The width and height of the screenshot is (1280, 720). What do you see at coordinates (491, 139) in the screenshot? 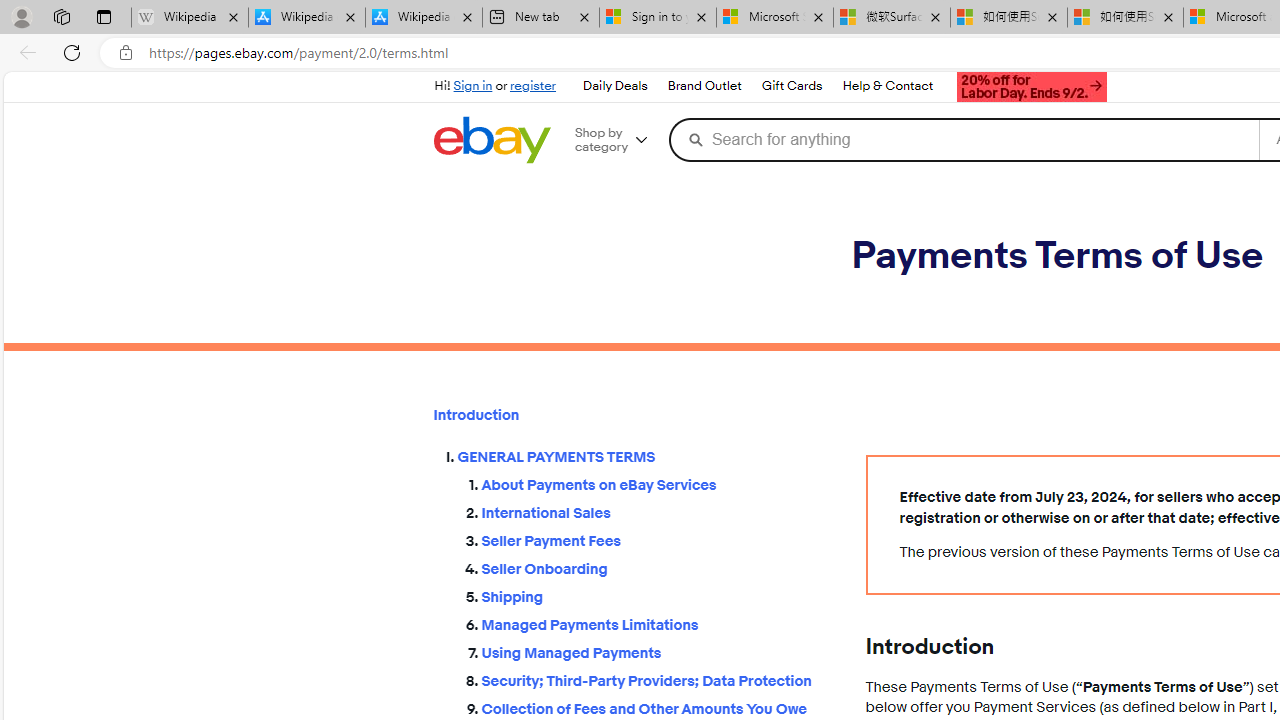
I see `'eBay Home'` at bounding box center [491, 139].